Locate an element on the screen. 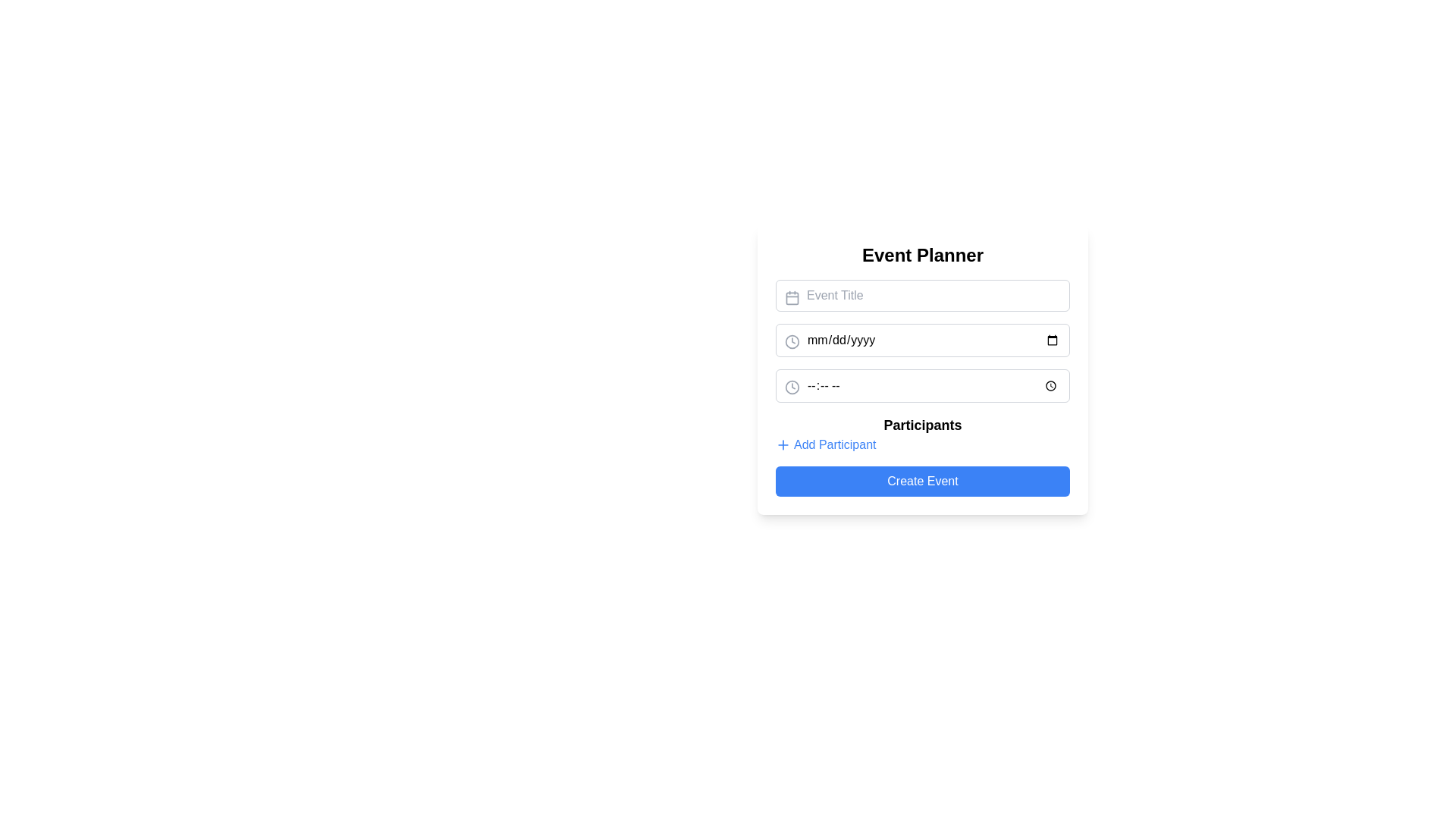  the 'Participants' heading or label, which is positioned above the 'Add Participant' text and button, indicating its relation to the following components is located at coordinates (922, 425).